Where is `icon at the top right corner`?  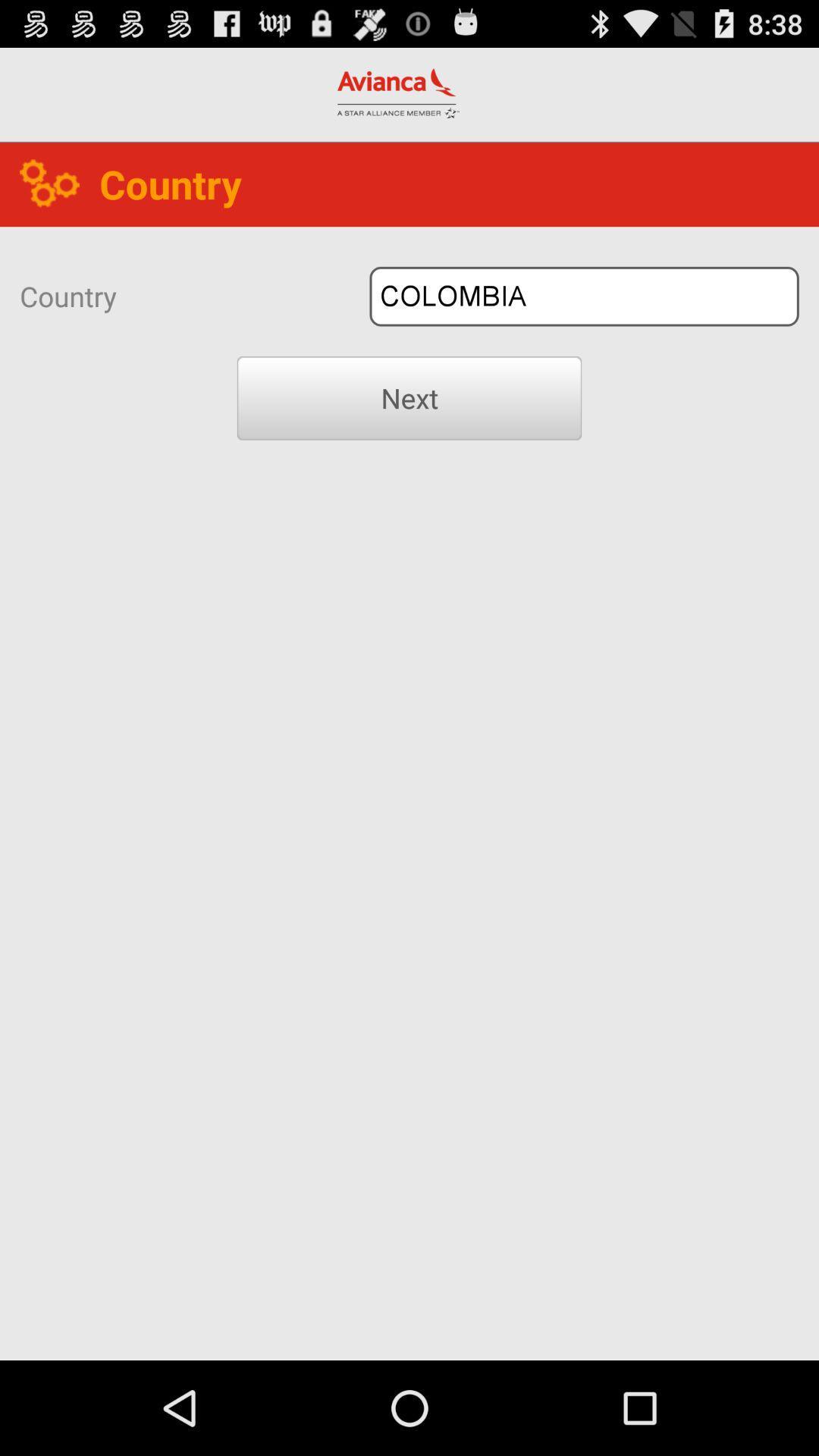
icon at the top right corner is located at coordinates (583, 297).